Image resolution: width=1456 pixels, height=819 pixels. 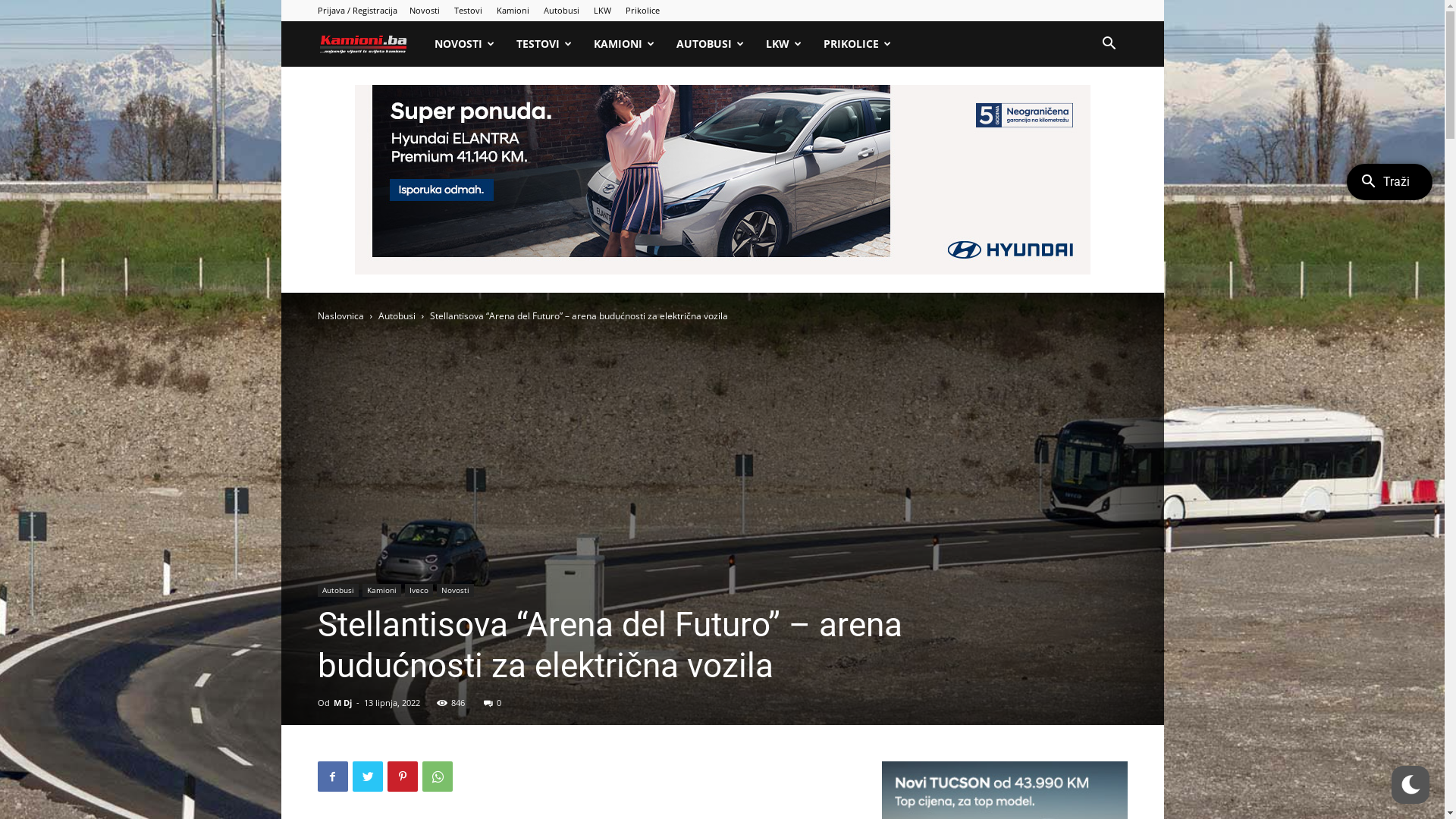 I want to click on 'Autobusi', so click(x=315, y=589).